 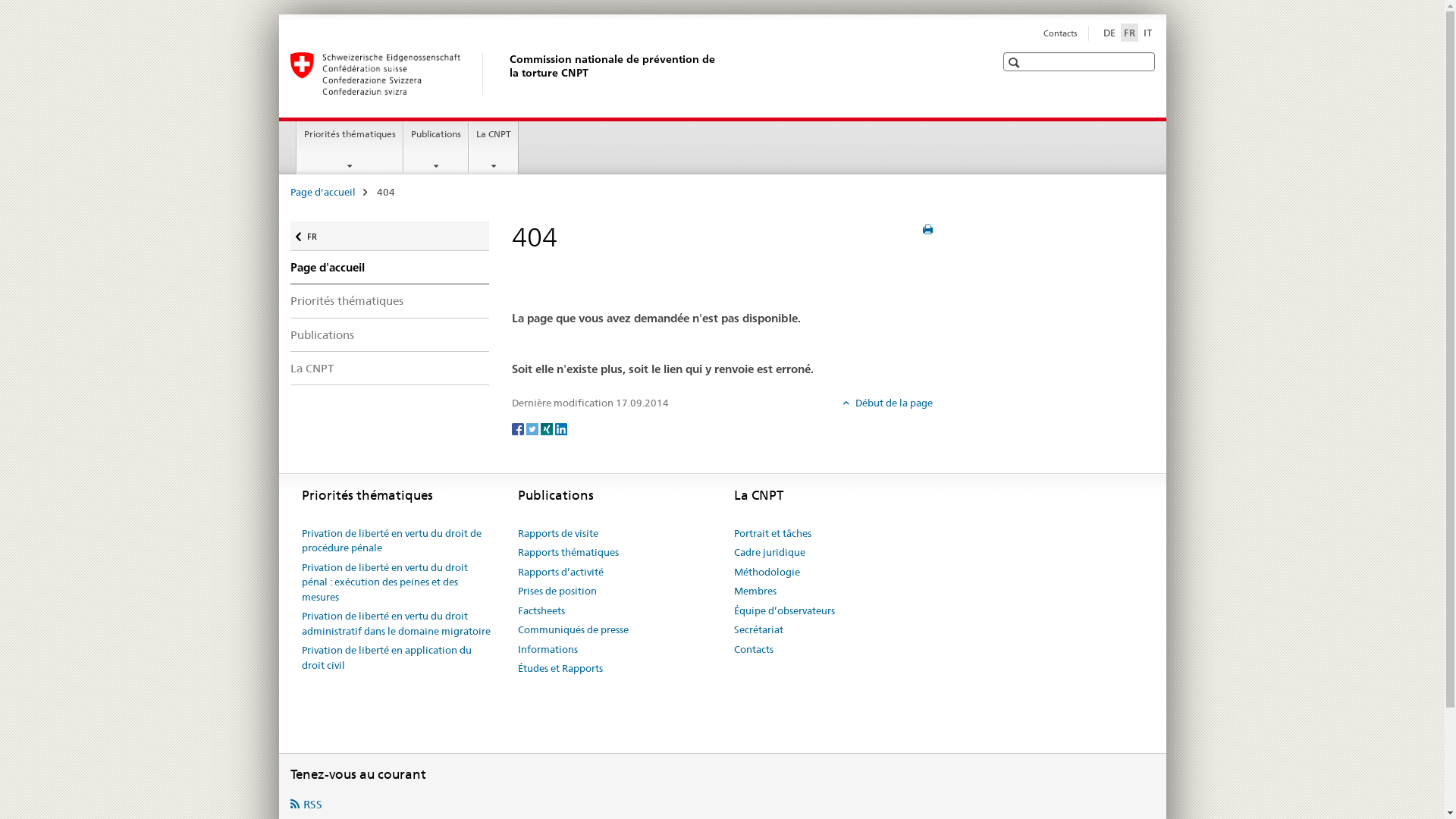 What do you see at coordinates (1043, 33) in the screenshot?
I see `'Contacts'` at bounding box center [1043, 33].